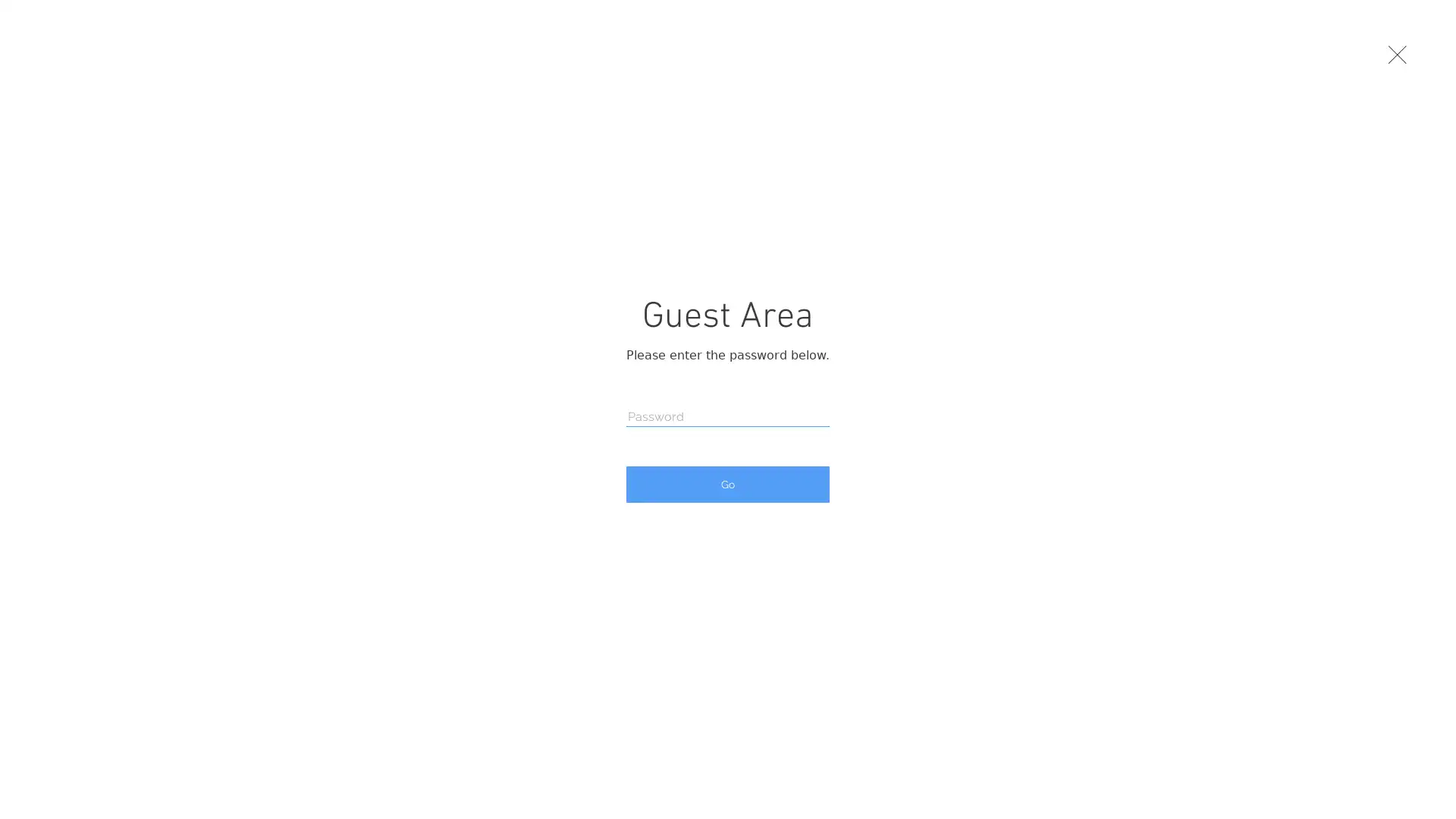 The height and width of the screenshot is (819, 1456). I want to click on Close, so click(1398, 55).